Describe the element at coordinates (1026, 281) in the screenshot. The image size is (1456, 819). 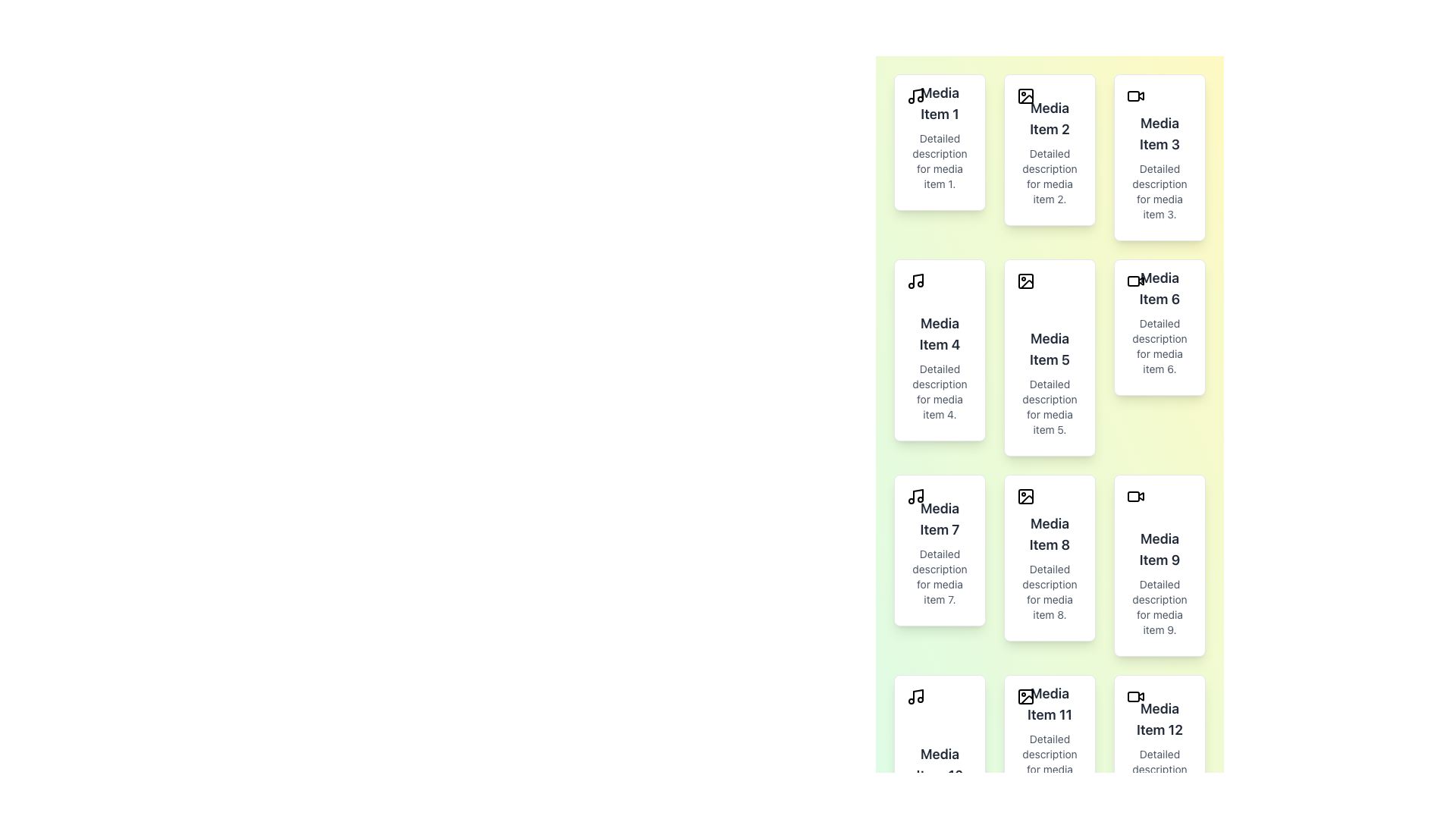
I see `the top-left SVG rectangle element within the 'Media Item 5' card, which is located in the second column and second row of the grid layout` at that location.